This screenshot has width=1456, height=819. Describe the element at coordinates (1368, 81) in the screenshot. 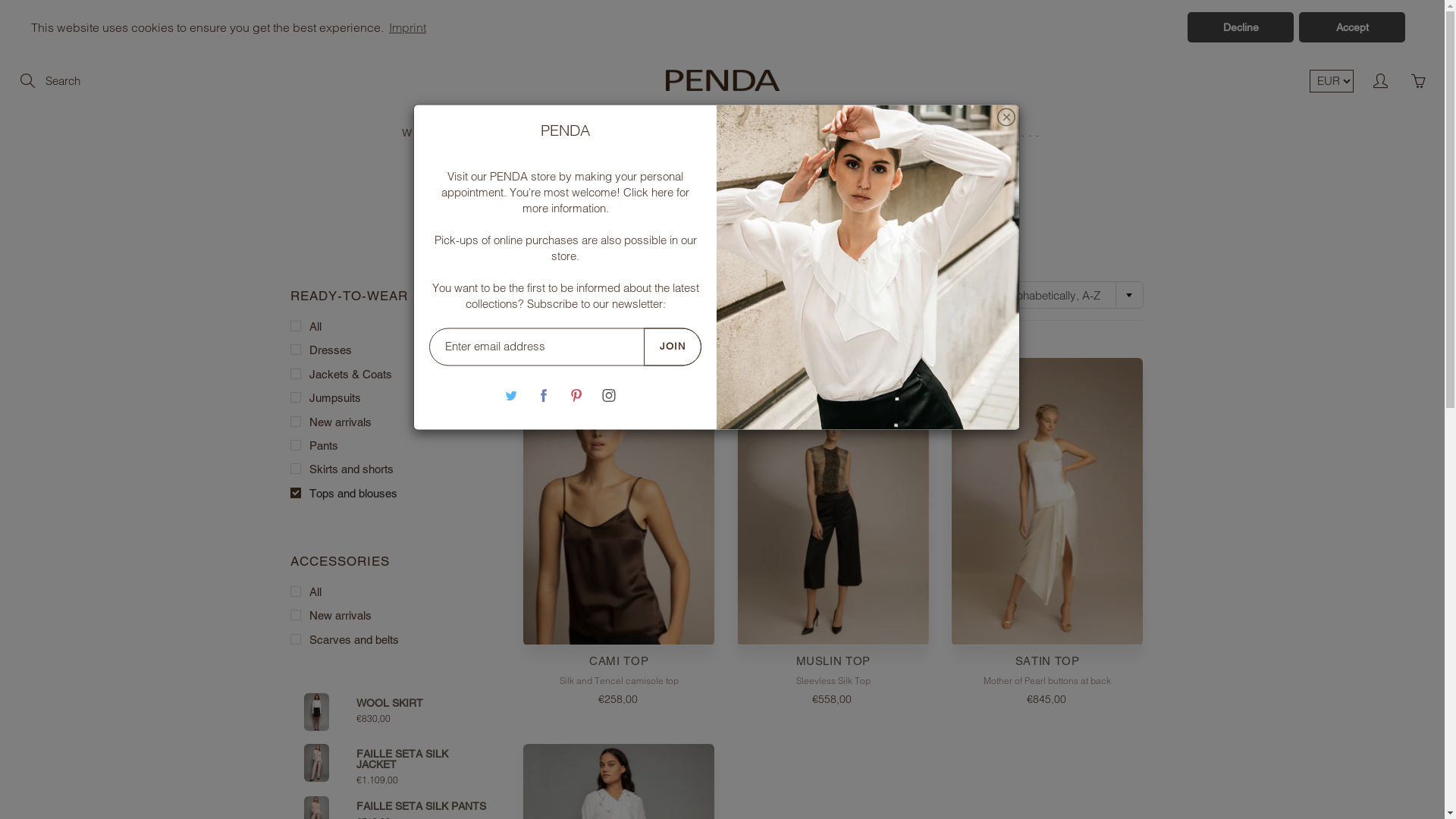

I see `'My account'` at that location.